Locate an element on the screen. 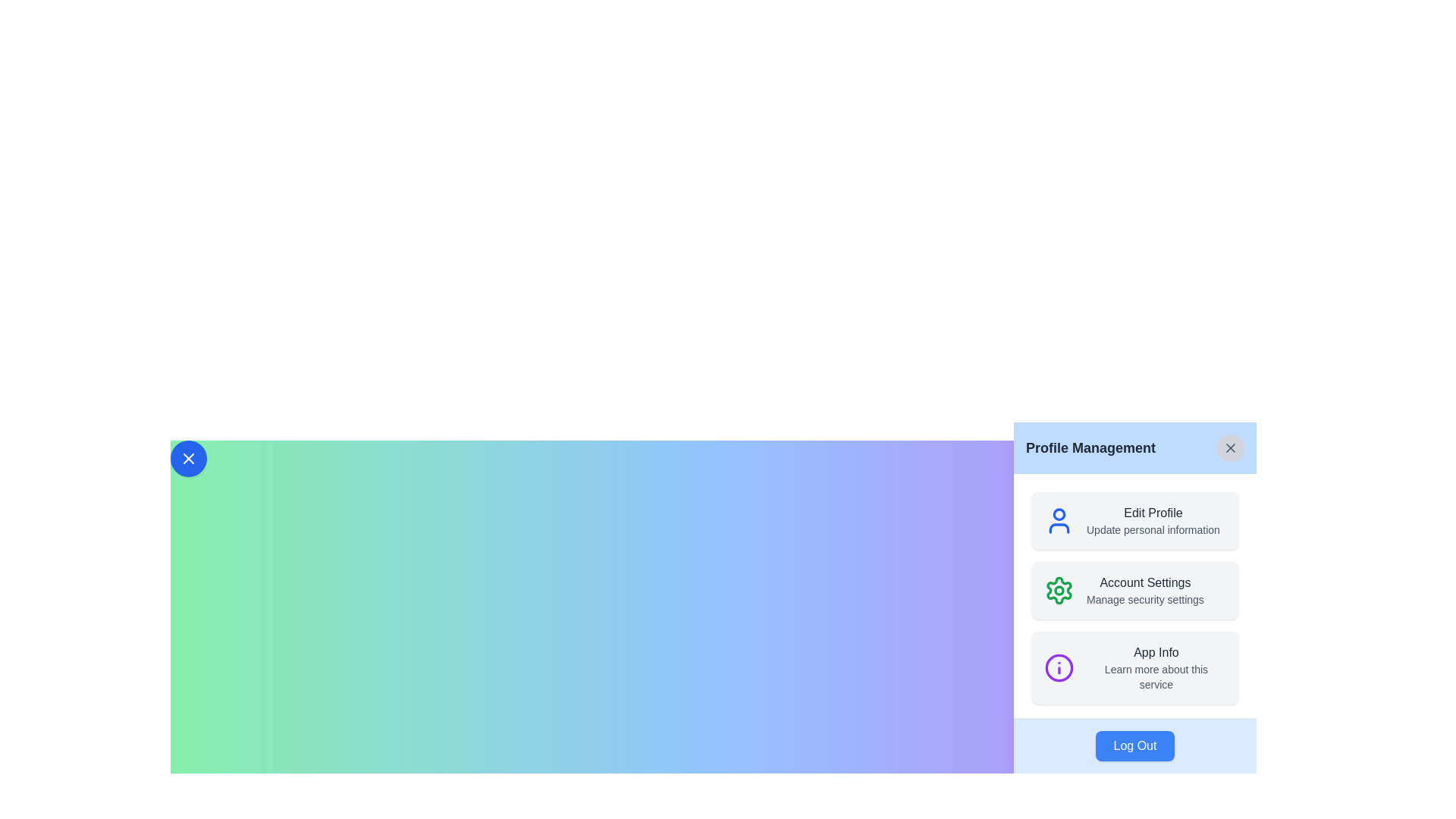 Image resolution: width=1456 pixels, height=819 pixels. the Text Label that displays 'App Info', which is a gray medium-weight sans-serif font, located in the lower portion of a vertical list in the sidebar interface is located at coordinates (1156, 651).